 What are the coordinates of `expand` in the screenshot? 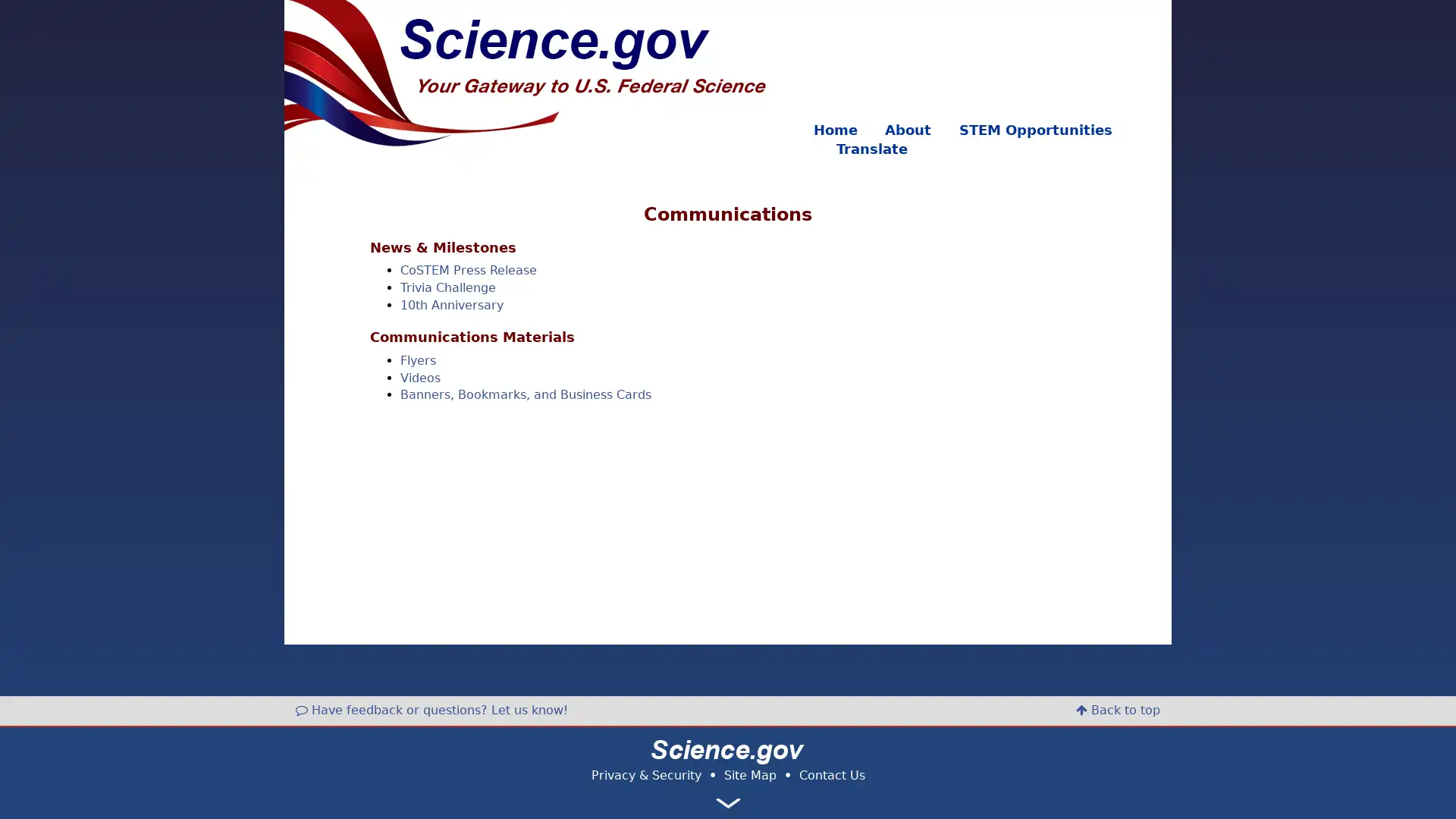 It's located at (728, 802).